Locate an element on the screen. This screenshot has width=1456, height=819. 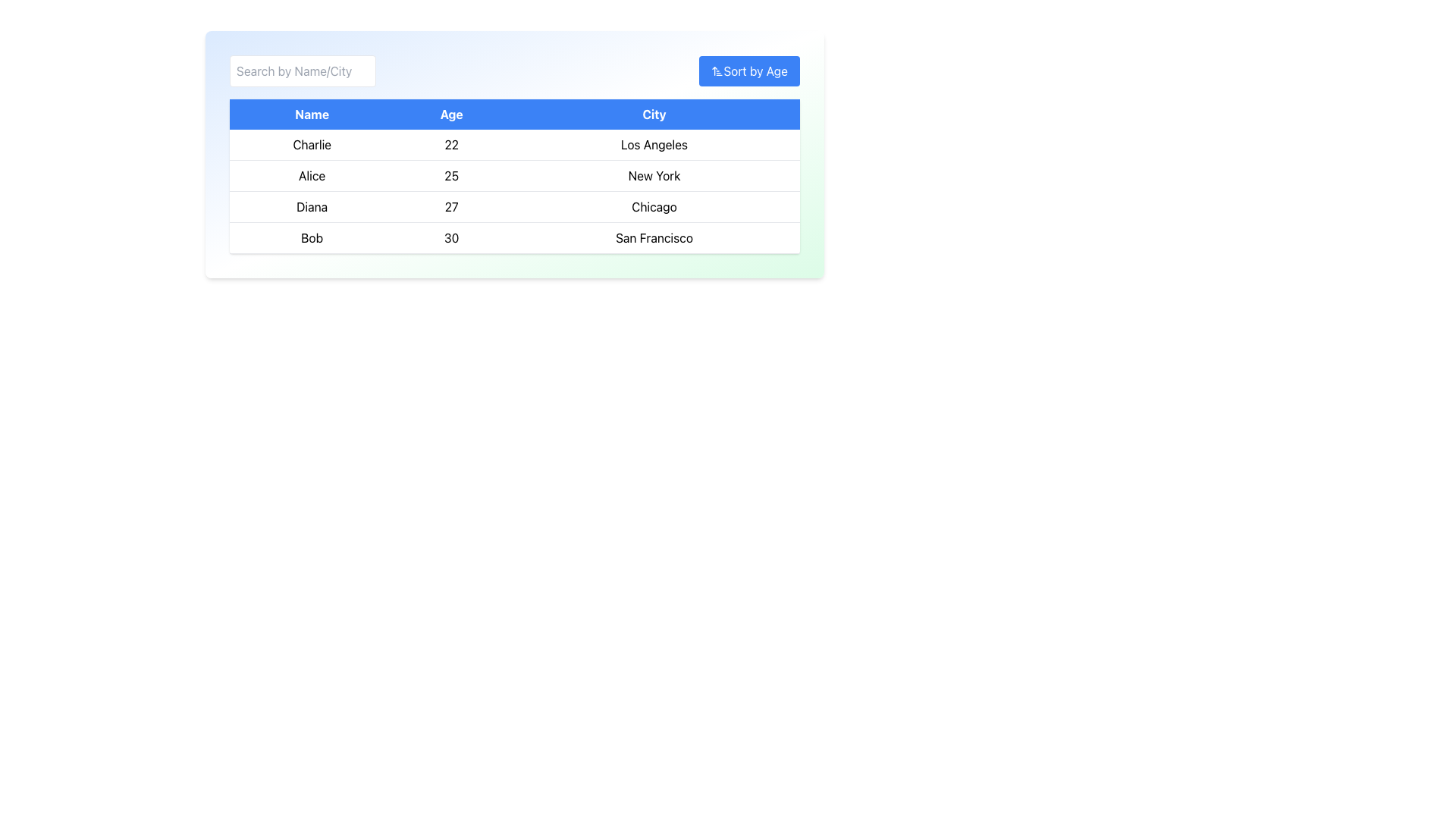
the text displaying the age of 'Charlie' located under the 'Age' heading in the data table is located at coordinates (450, 145).